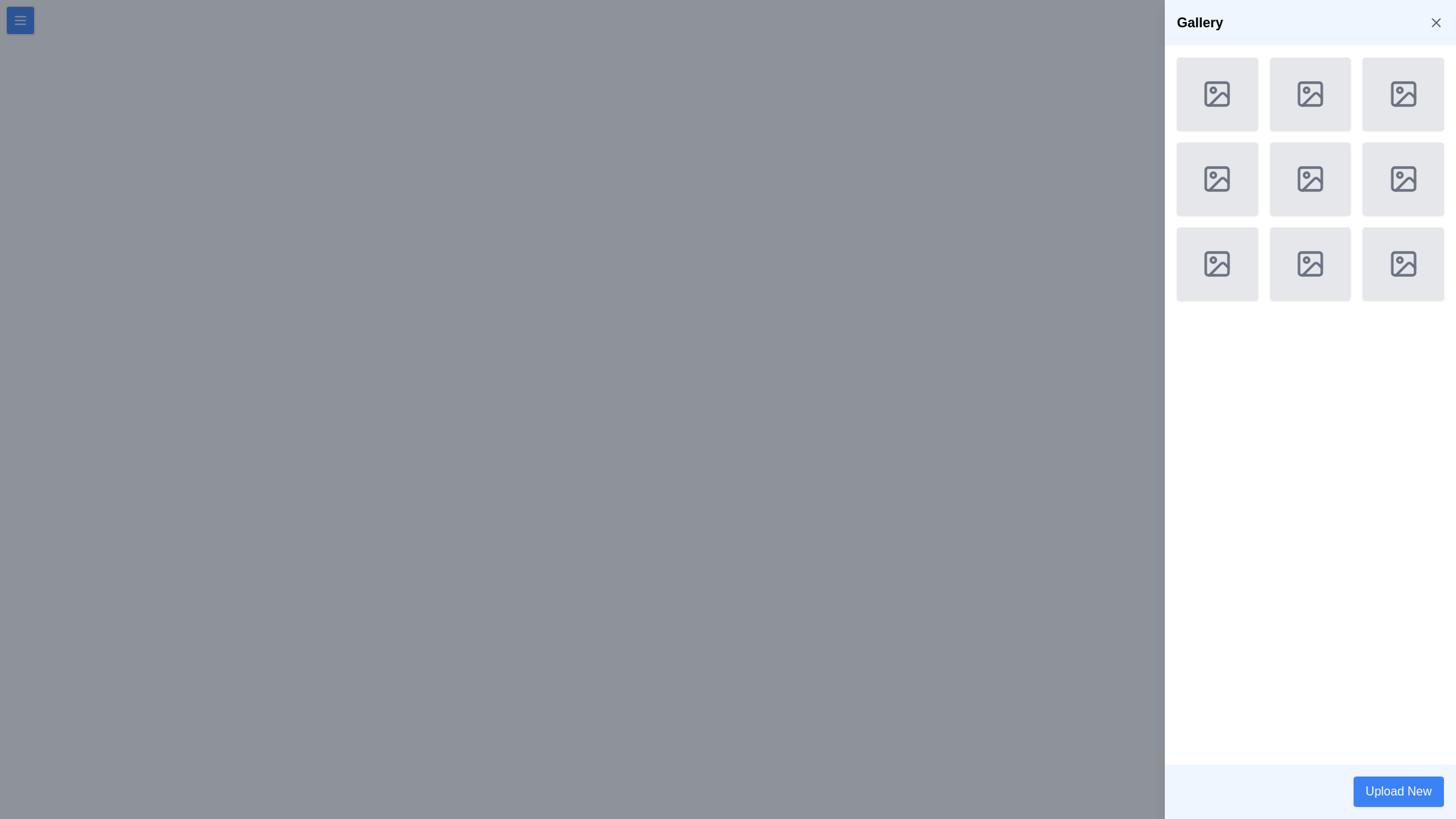  I want to click on the small rectangle with rounded corners and a lighter gray outline, which is positioned near the top-left corner of the picture frame icon, so click(1402, 262).